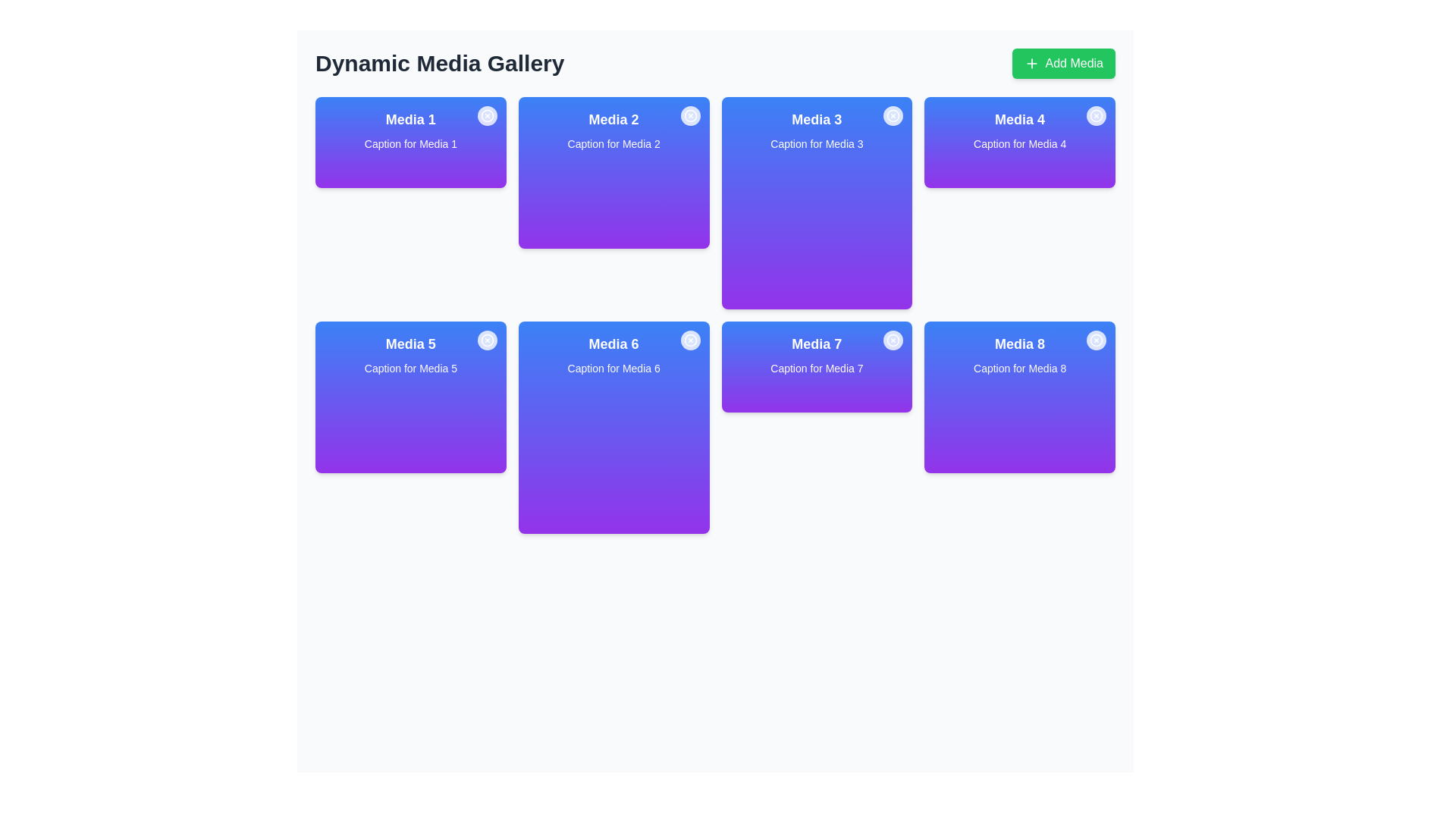 This screenshot has height=819, width=1456. What do you see at coordinates (410, 119) in the screenshot?
I see `text label 'Media 1' which is displayed in a bold font at the top of the first card in the grid layout` at bounding box center [410, 119].